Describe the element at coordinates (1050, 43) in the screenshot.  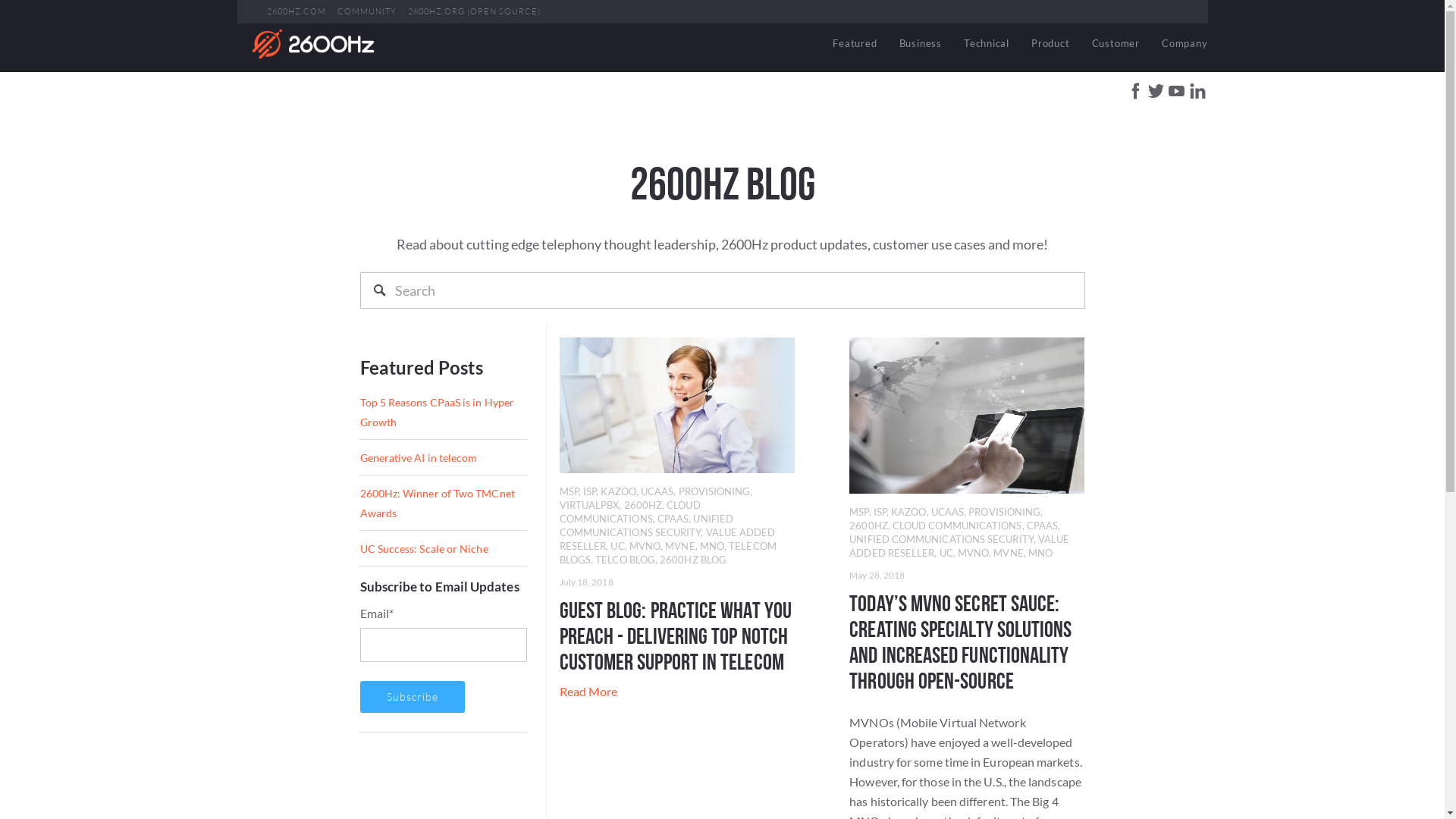
I see `'Product'` at that location.